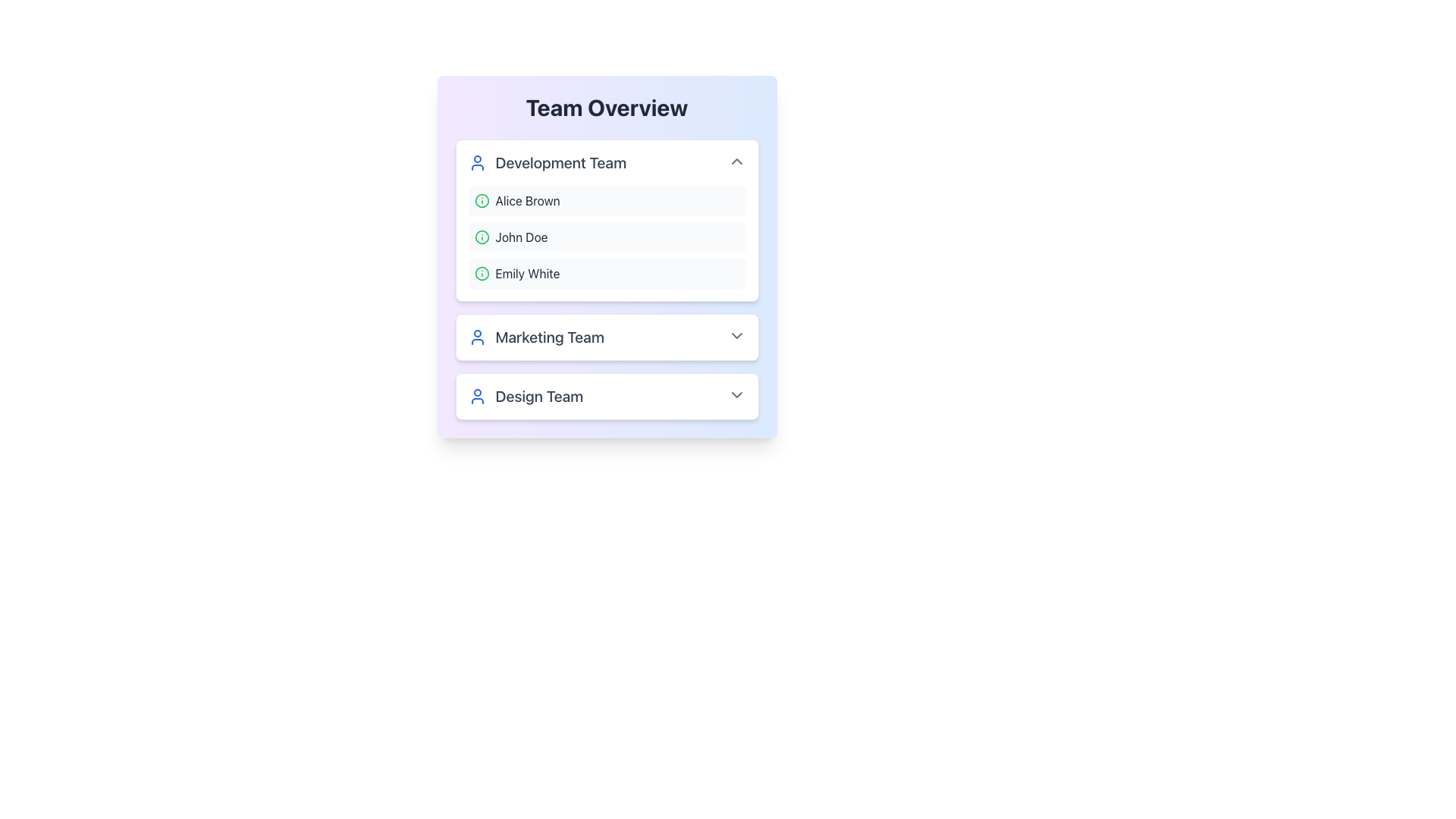  Describe the element at coordinates (736, 394) in the screenshot. I see `the dropdown indicator icon located at the far-right of the 'Design Team' section` at that location.